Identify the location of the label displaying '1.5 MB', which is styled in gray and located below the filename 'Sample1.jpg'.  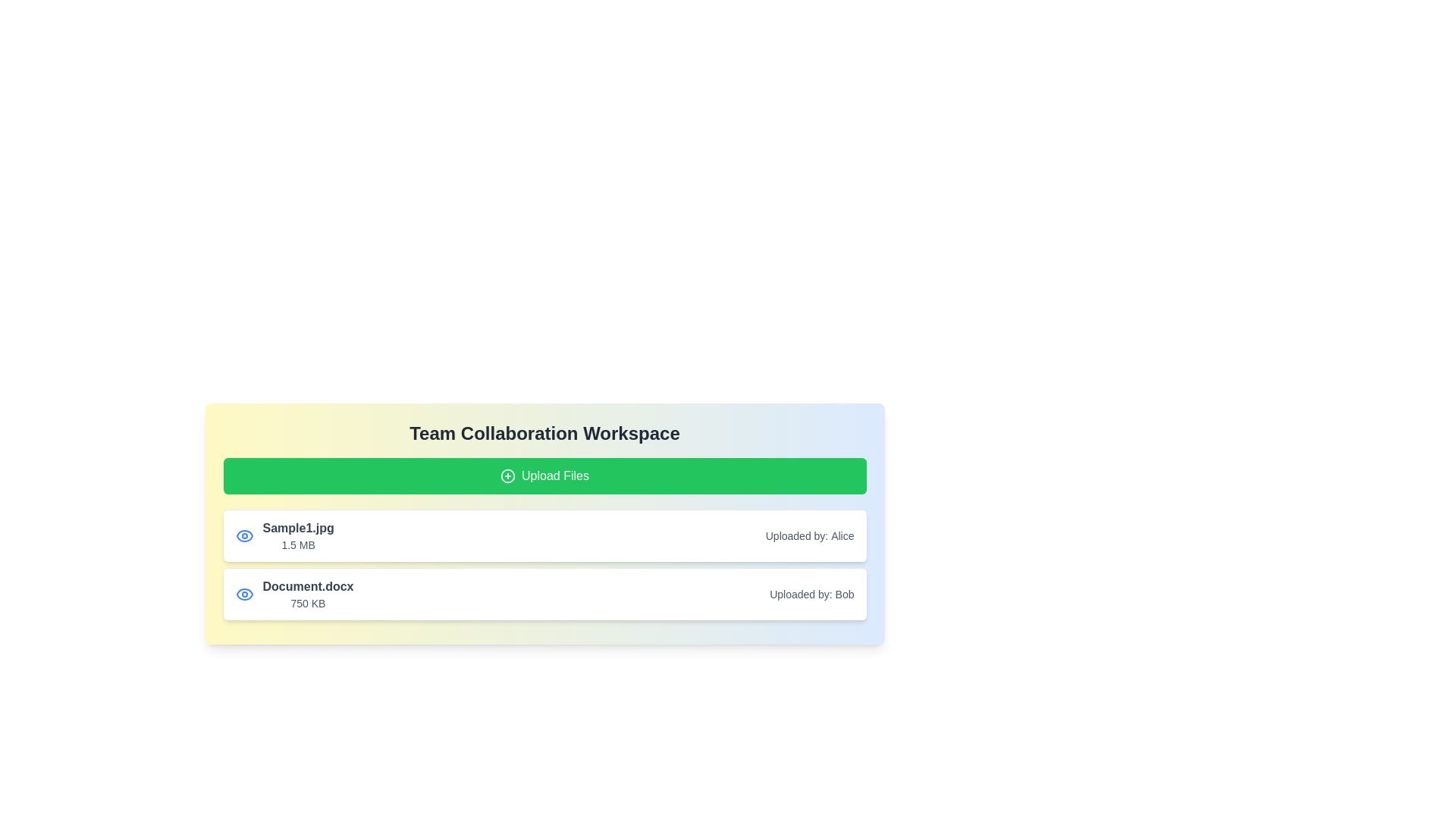
(298, 544).